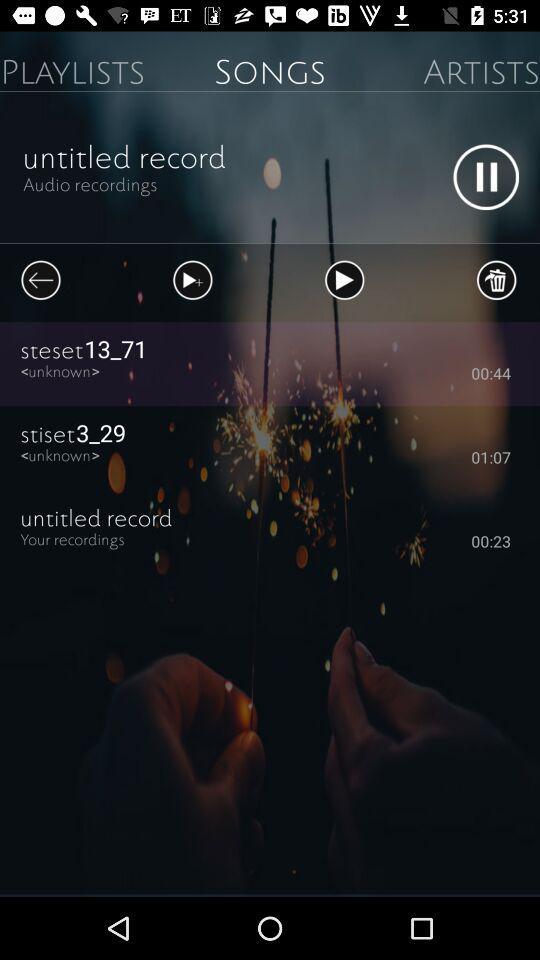  What do you see at coordinates (485, 176) in the screenshot?
I see `pause/play the sound file` at bounding box center [485, 176].